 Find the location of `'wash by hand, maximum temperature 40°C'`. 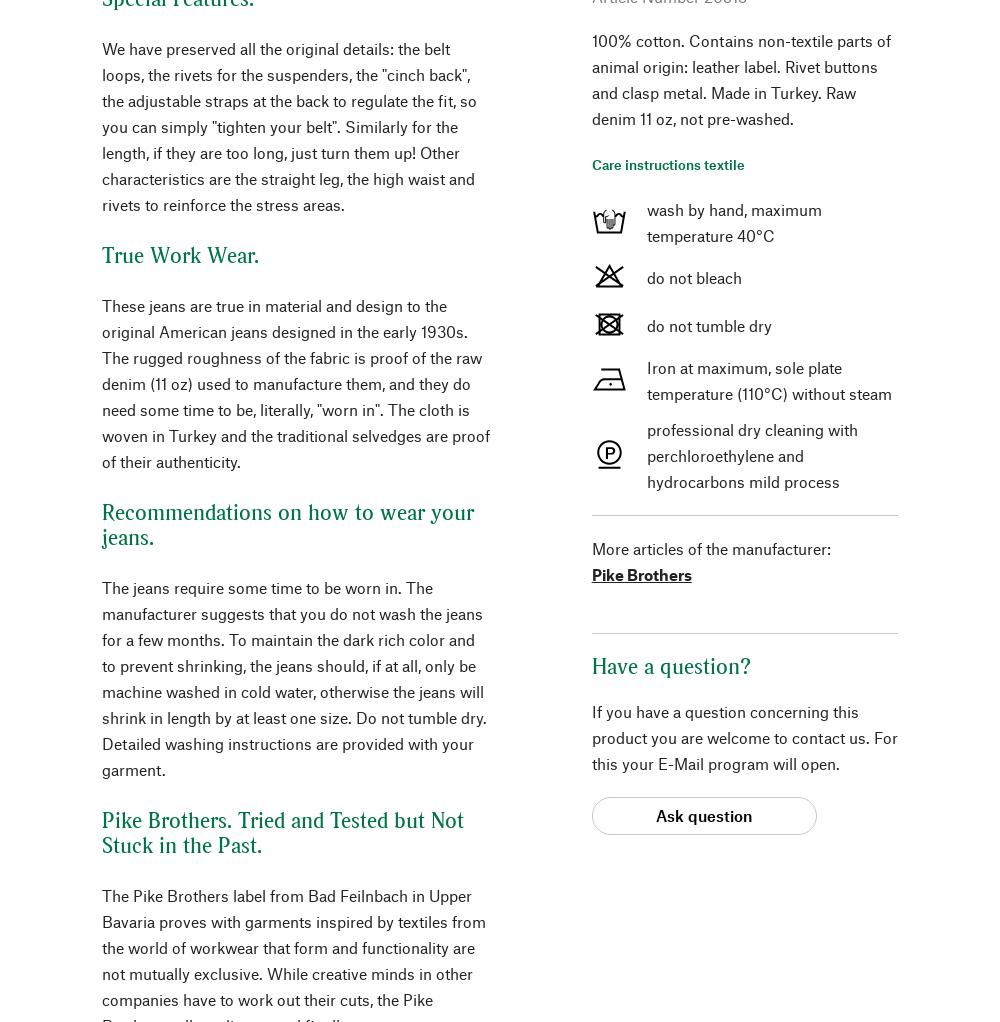

'wash by hand, maximum temperature 40°C' is located at coordinates (646, 220).